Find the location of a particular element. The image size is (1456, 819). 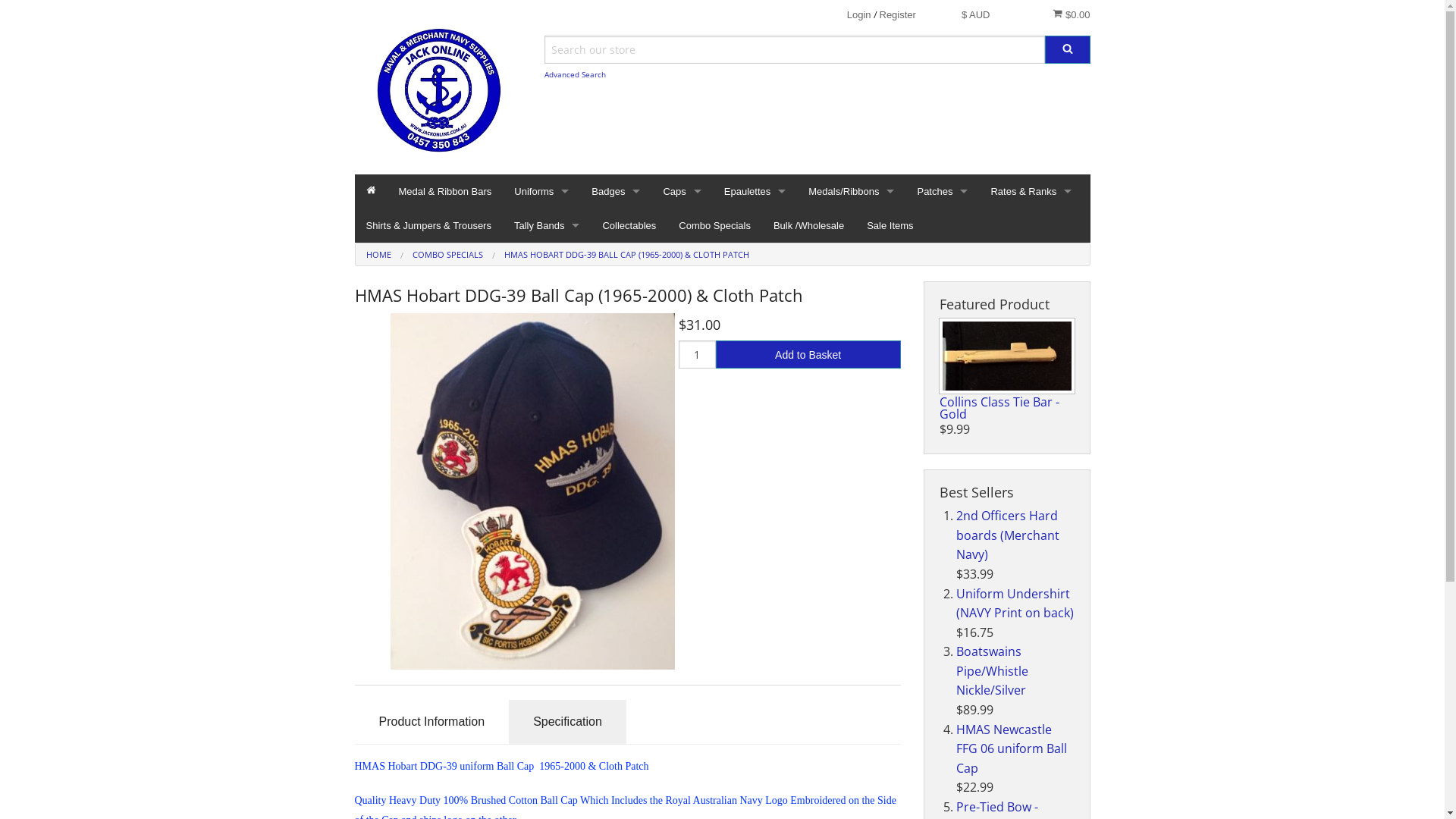

'Gold Wire Rates' is located at coordinates (1031, 243).